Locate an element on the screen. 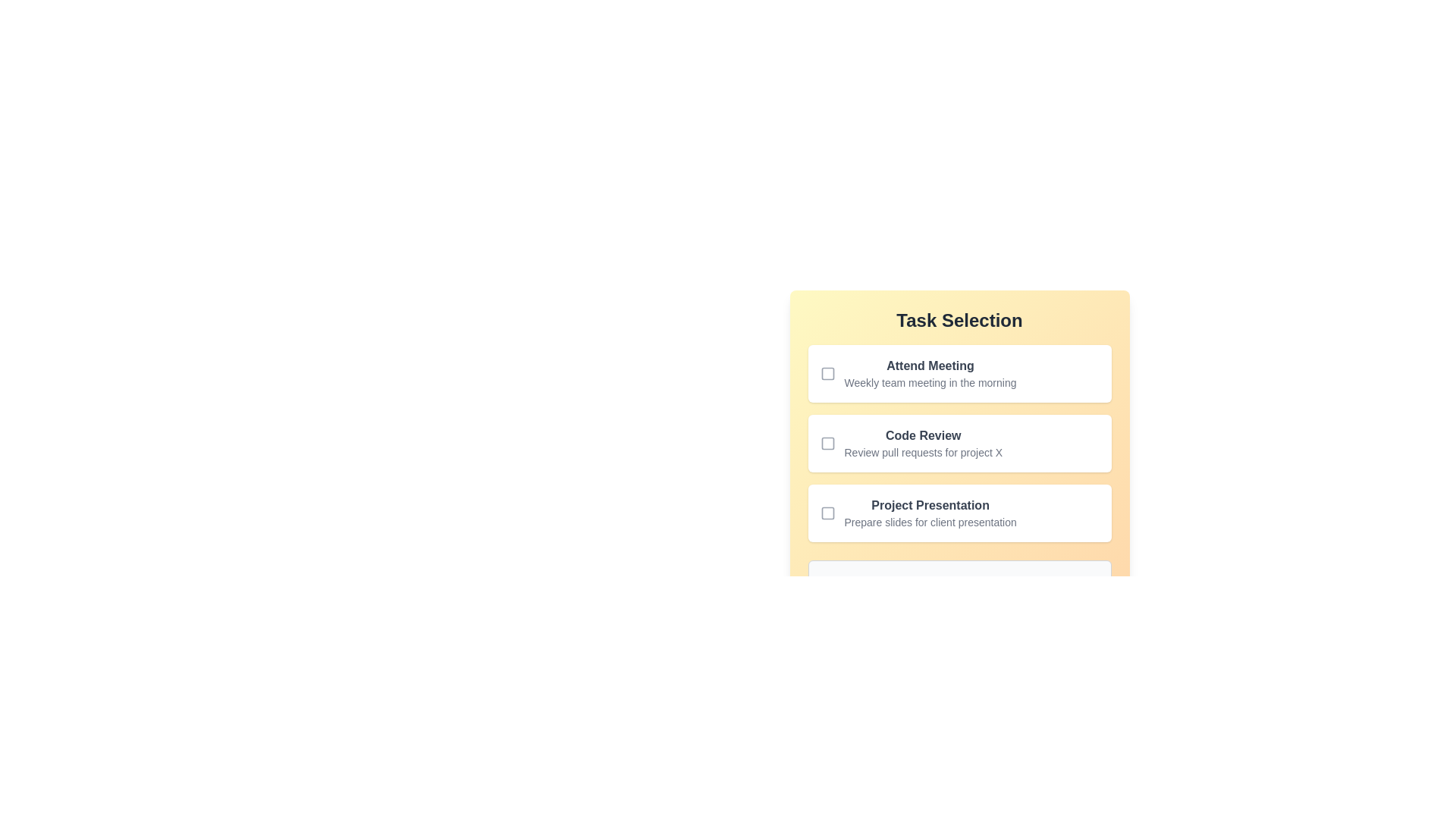 The image size is (1456, 819). the 'Project Presentation' text label element, which is the title of the third list item in the task selection interface, positioned between 'Code Review' and 'Prepare slides for client presentation' is located at coordinates (930, 506).